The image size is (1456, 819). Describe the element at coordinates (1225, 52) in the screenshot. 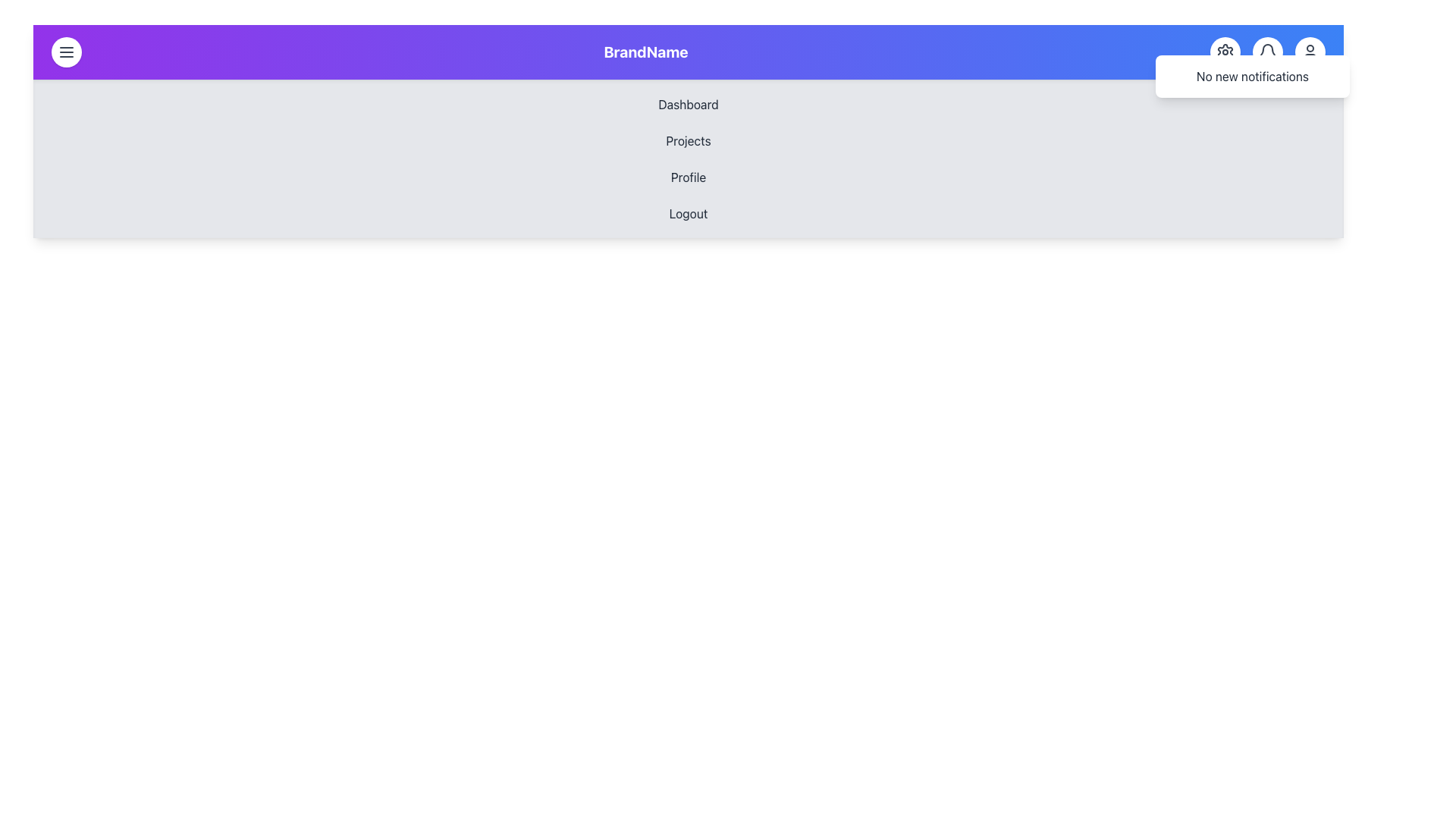

I see `the circular settings button with a white background and gray text located in the top-right corner of the interface` at that location.